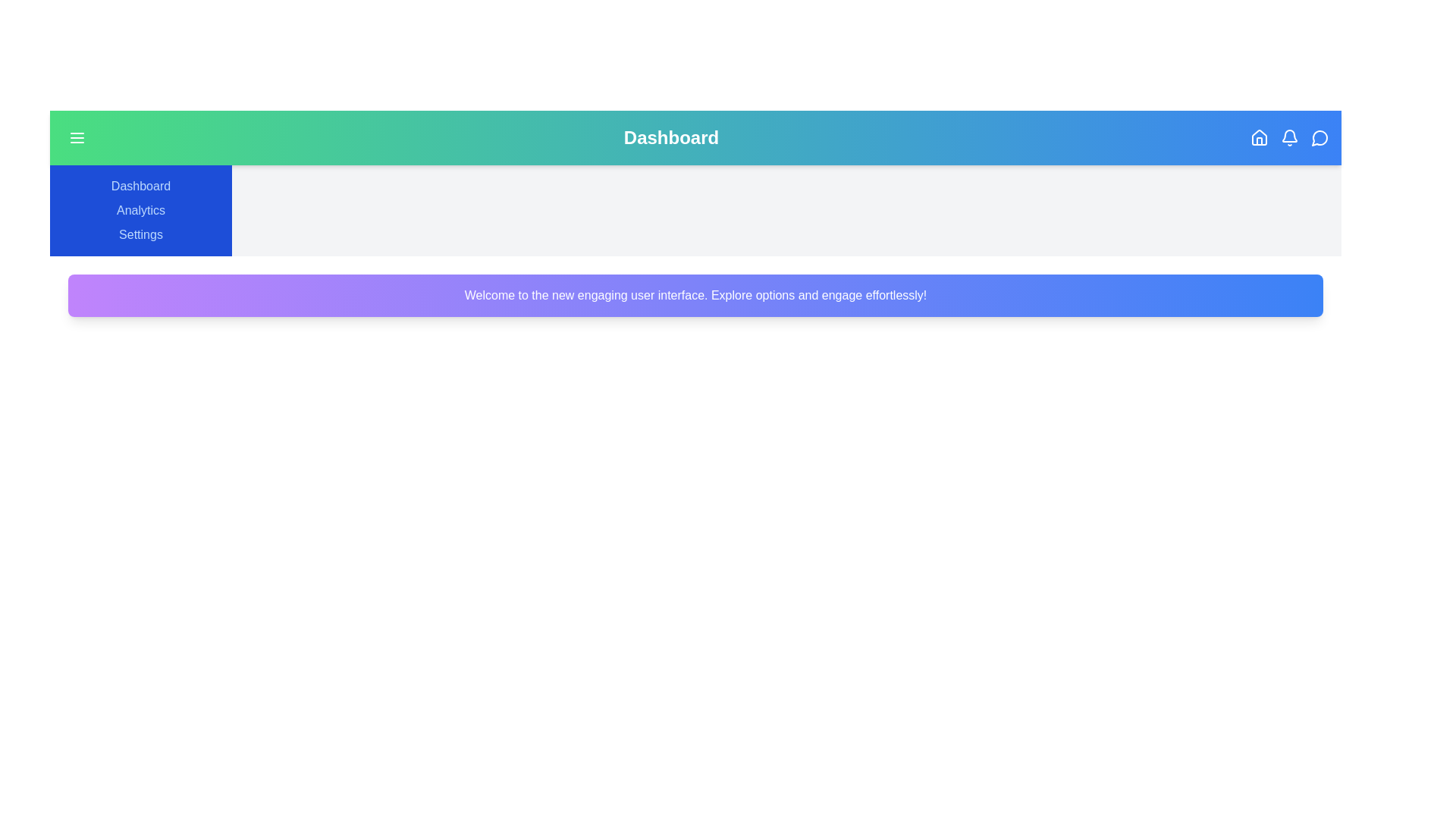  I want to click on the 'Bell' icon in the top bar, so click(1288, 137).